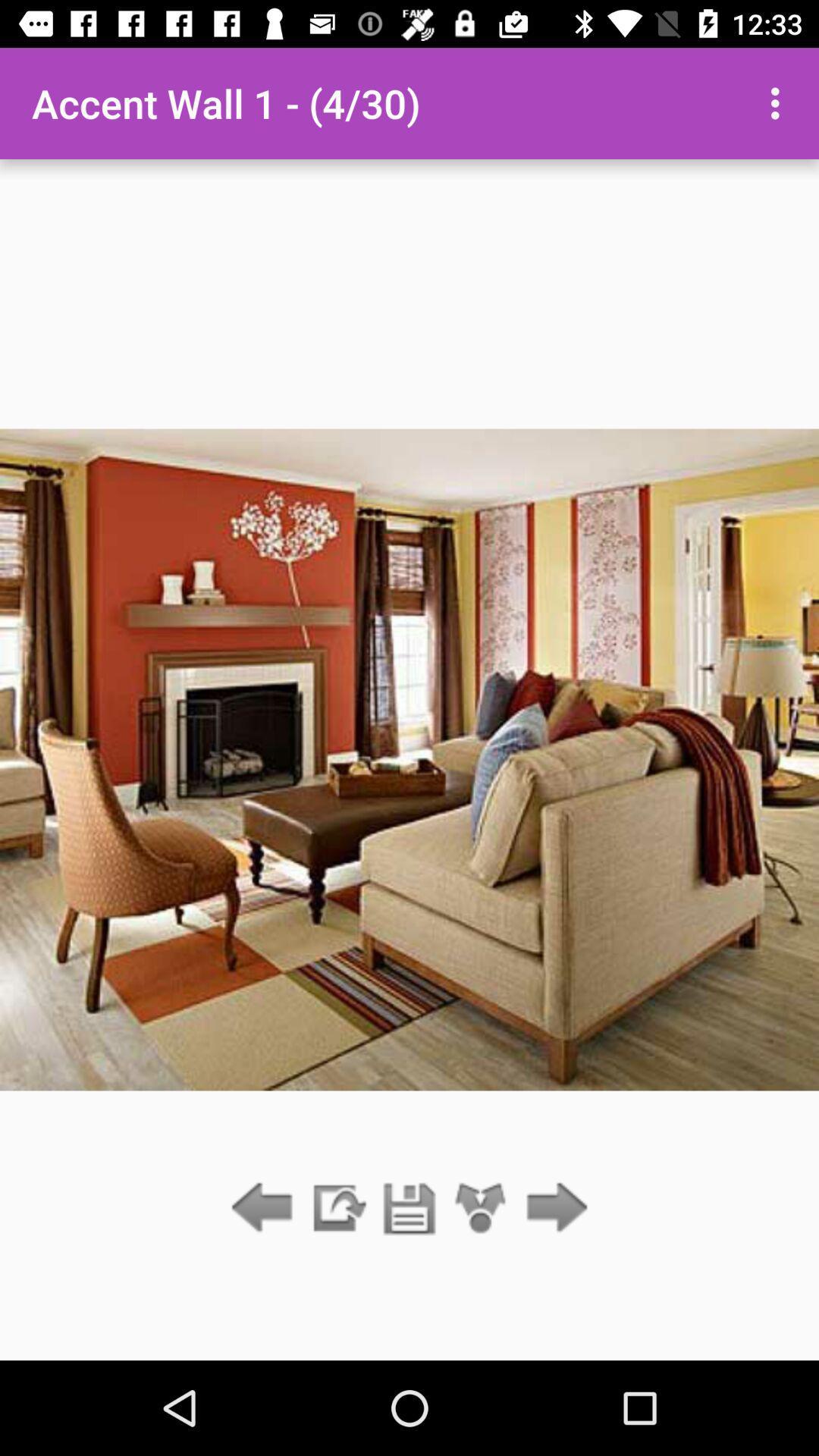 This screenshot has width=819, height=1456. I want to click on app next to the accent wall 1 item, so click(779, 102).